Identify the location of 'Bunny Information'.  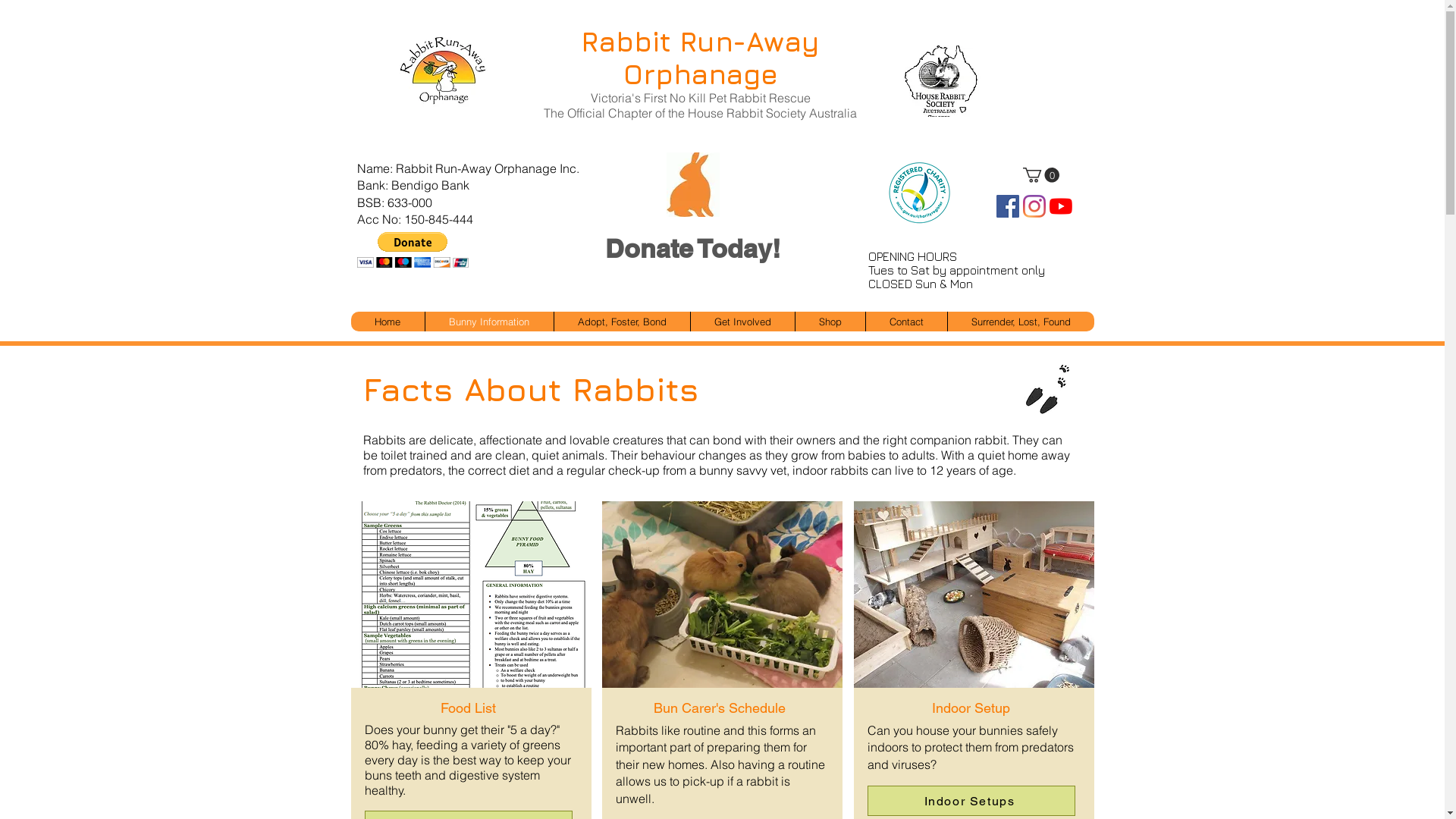
(488, 321).